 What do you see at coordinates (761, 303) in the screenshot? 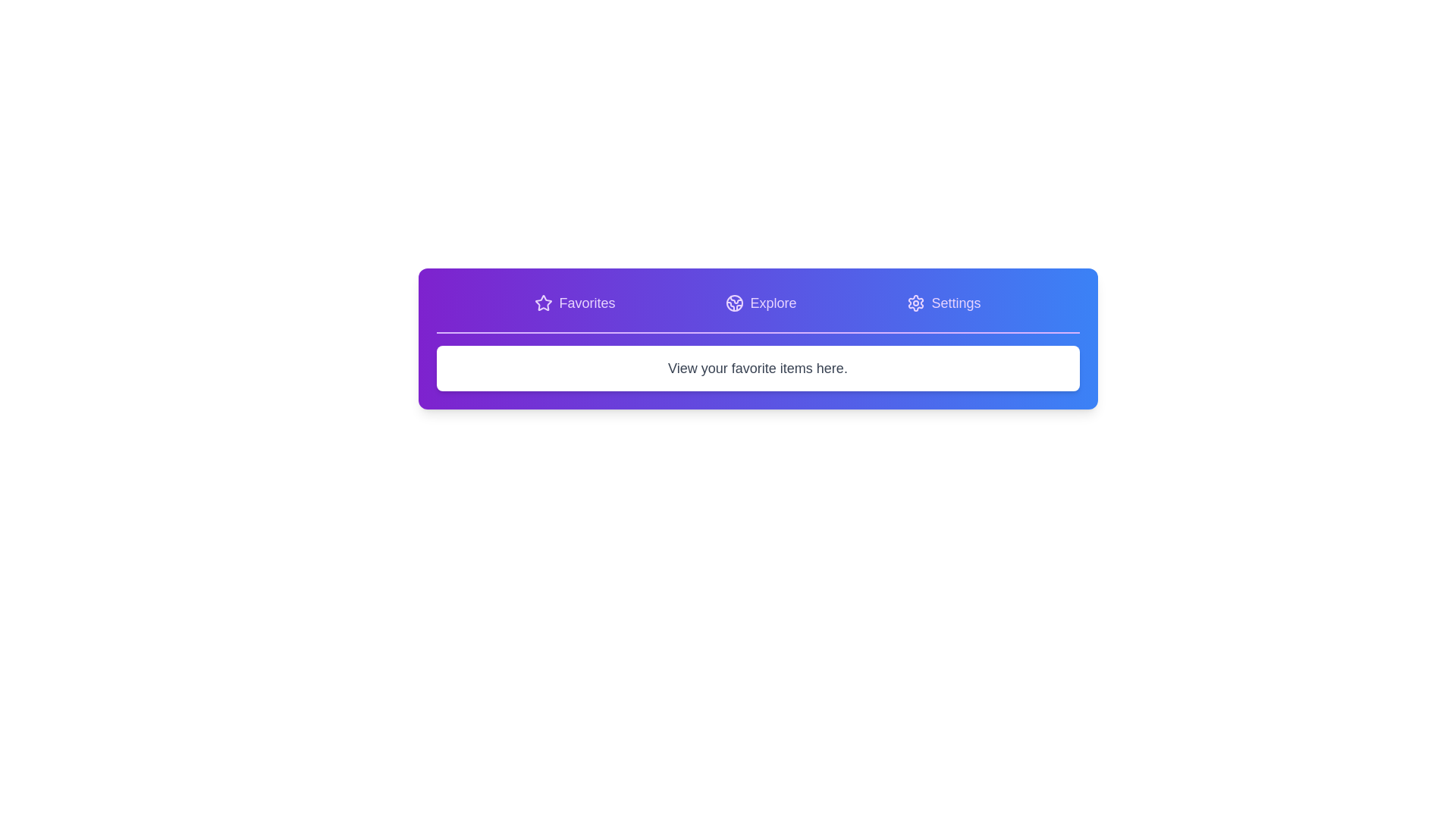
I see `the tab labeled 'Explore' to display its corresponding content` at bounding box center [761, 303].